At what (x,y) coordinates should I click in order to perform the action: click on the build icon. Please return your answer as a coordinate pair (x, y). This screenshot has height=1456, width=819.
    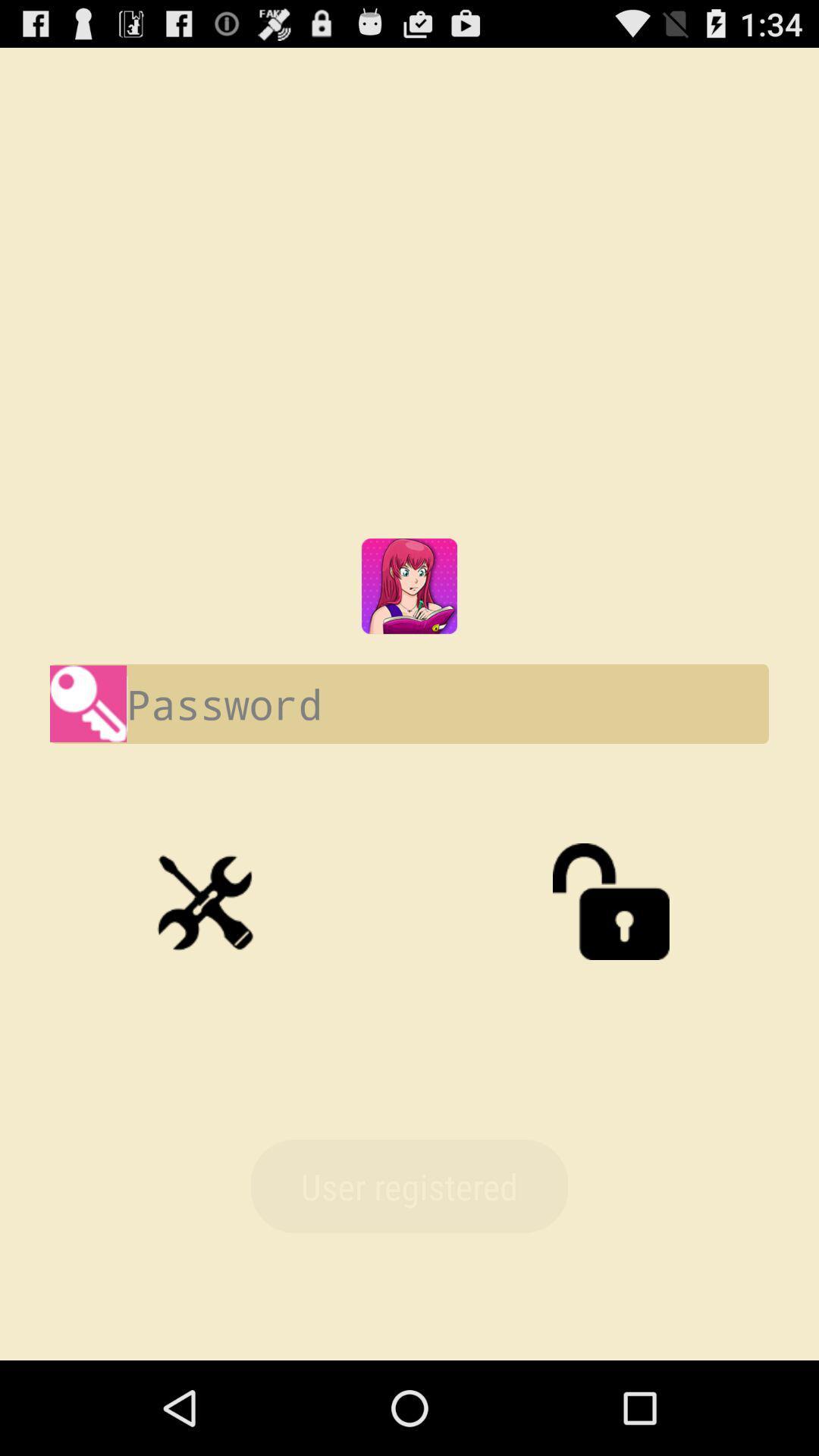
    Looking at the image, I should click on (208, 964).